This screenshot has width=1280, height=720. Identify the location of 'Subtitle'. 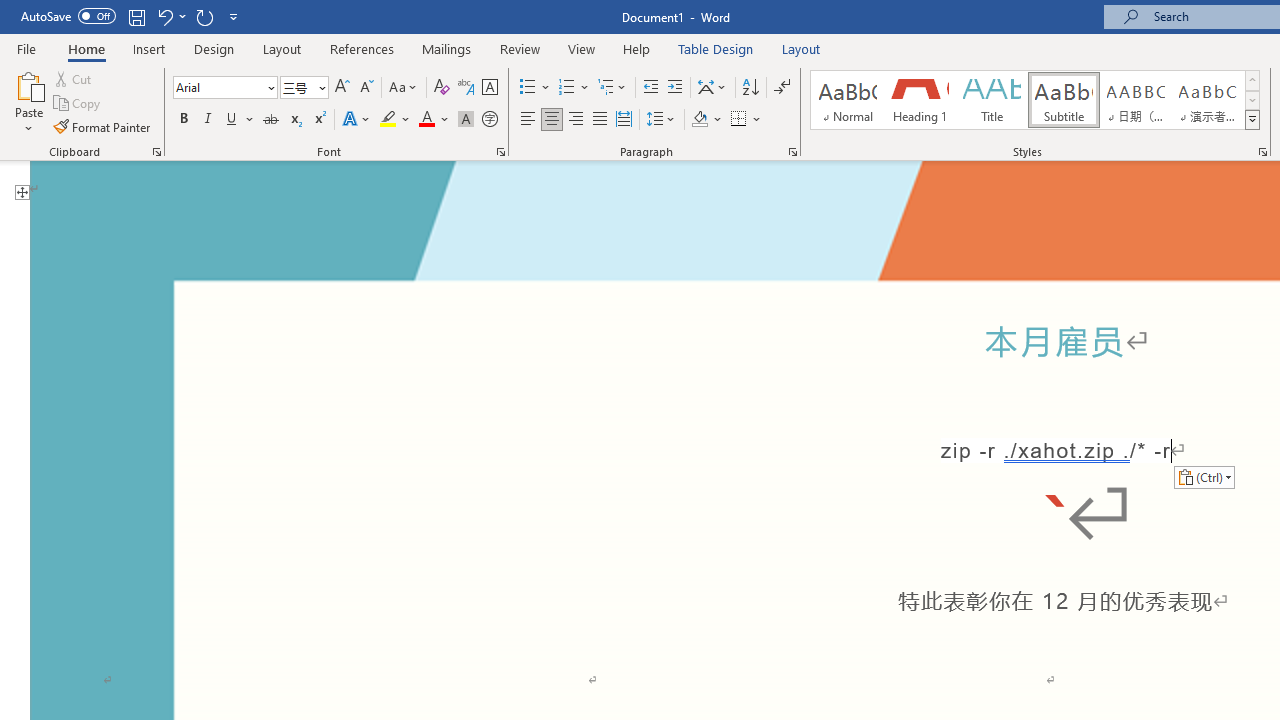
(1062, 100).